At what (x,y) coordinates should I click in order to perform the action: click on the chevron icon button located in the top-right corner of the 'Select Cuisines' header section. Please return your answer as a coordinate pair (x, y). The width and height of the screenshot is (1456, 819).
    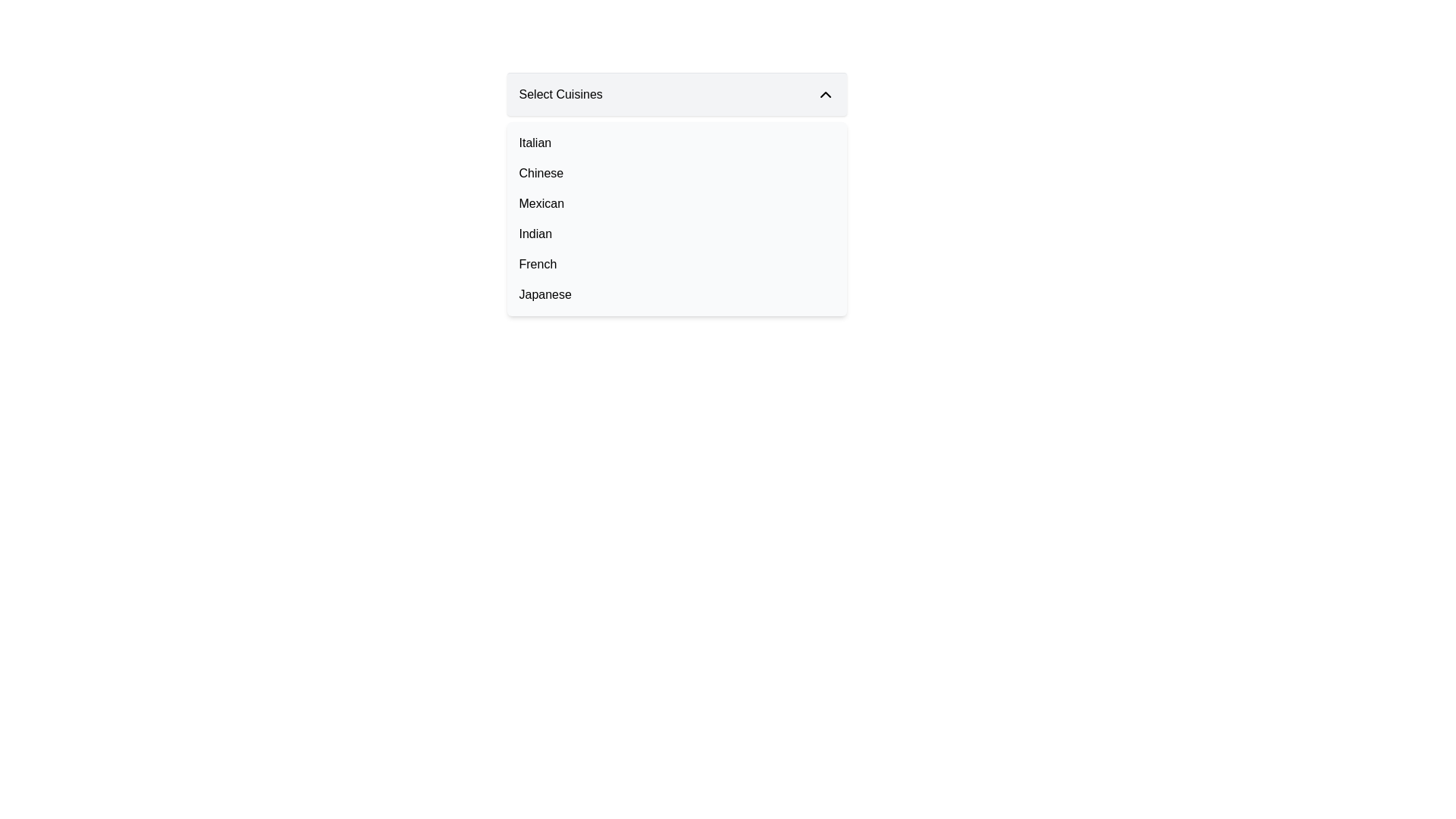
    Looking at the image, I should click on (824, 94).